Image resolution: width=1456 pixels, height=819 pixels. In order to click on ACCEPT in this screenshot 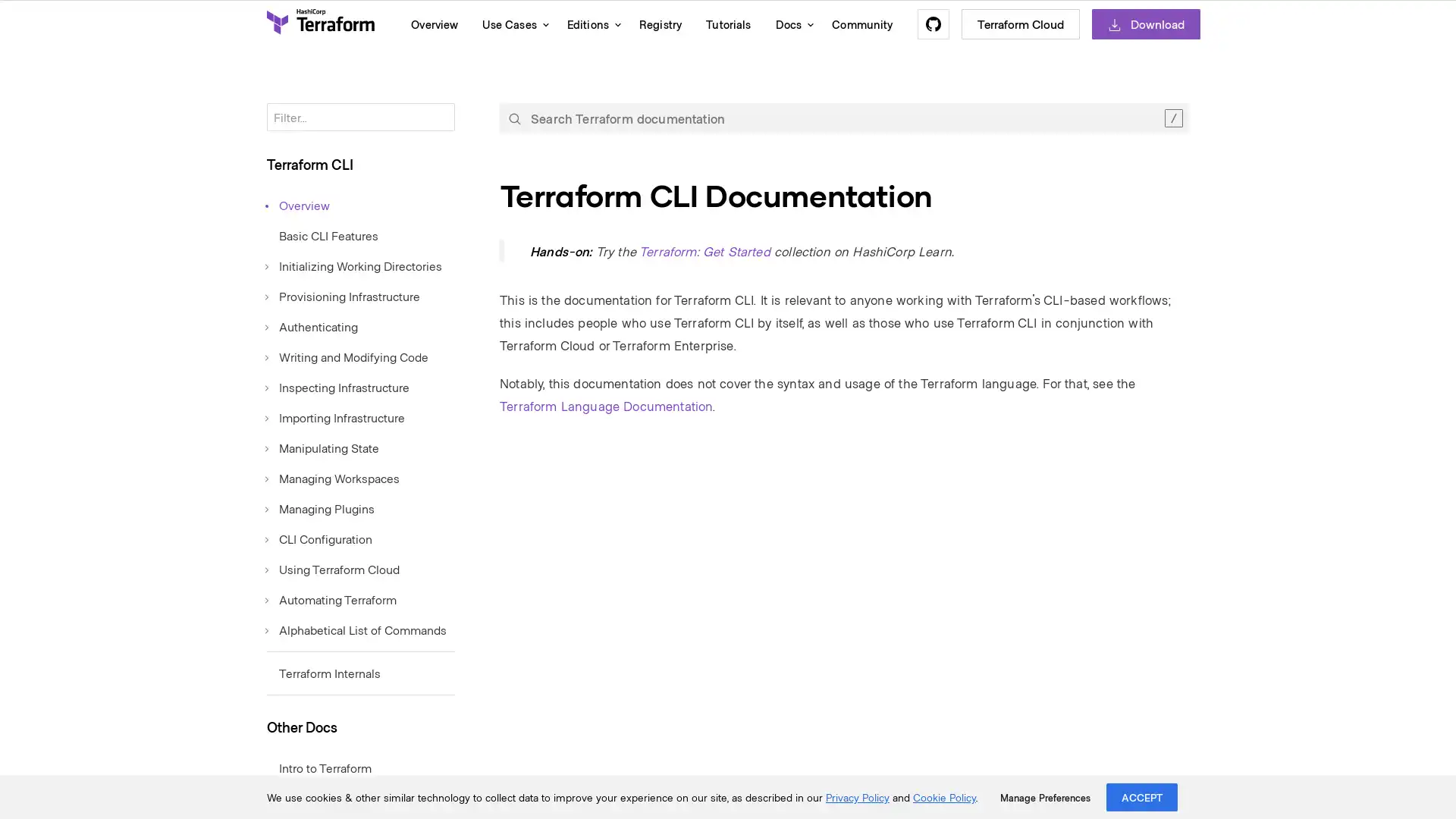, I will do `click(1142, 796)`.